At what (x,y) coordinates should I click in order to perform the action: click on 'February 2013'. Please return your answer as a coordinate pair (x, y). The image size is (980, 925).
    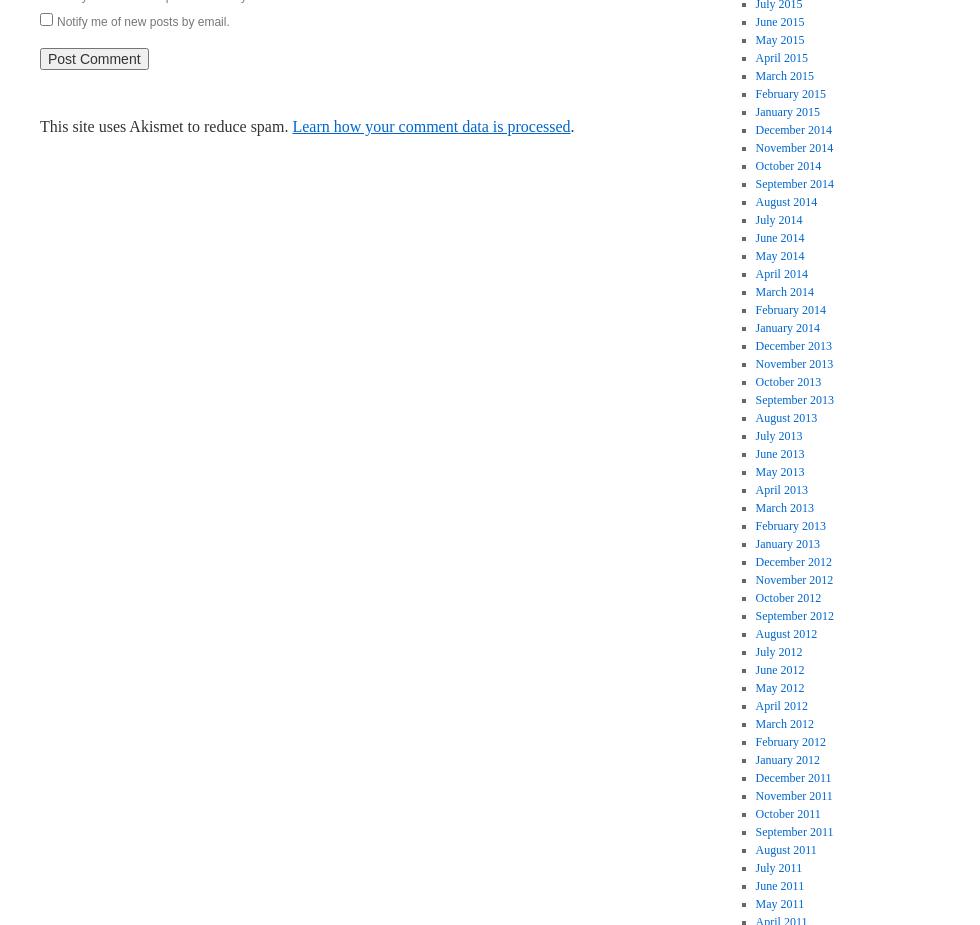
    Looking at the image, I should click on (789, 525).